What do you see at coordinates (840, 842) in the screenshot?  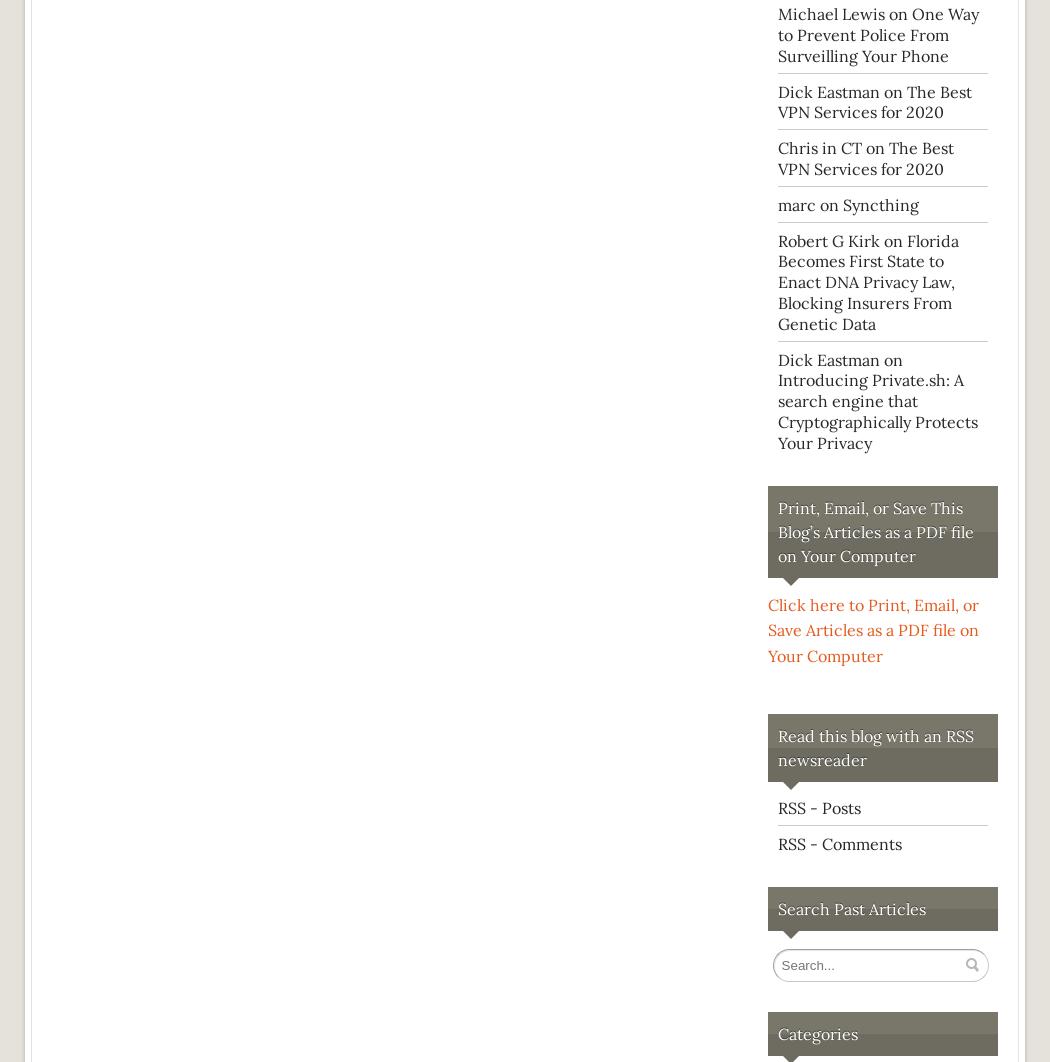 I see `'RSS - Comments'` at bounding box center [840, 842].